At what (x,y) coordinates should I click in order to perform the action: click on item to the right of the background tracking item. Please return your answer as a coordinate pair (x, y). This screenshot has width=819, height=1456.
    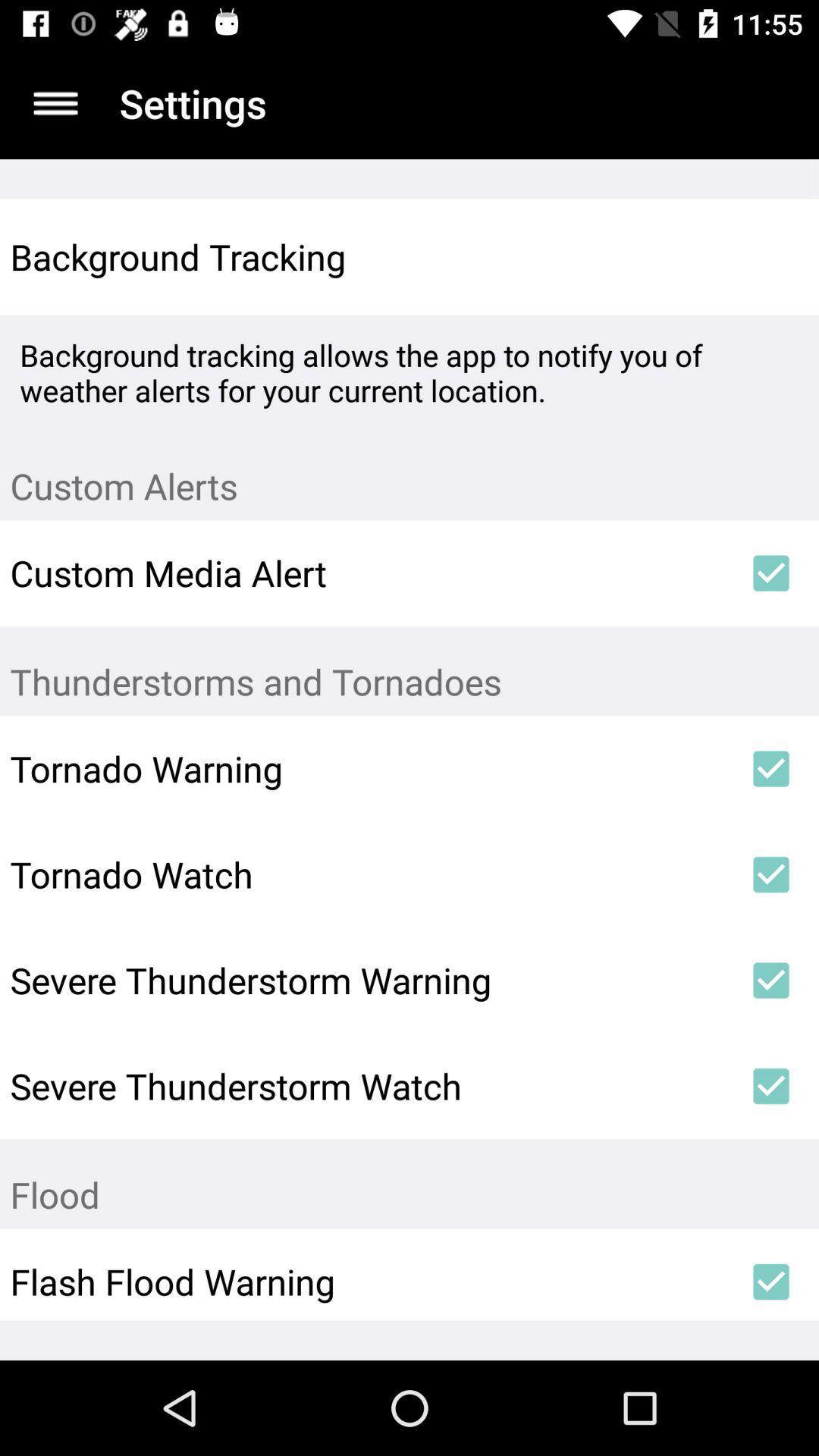
    Looking at the image, I should click on (771, 257).